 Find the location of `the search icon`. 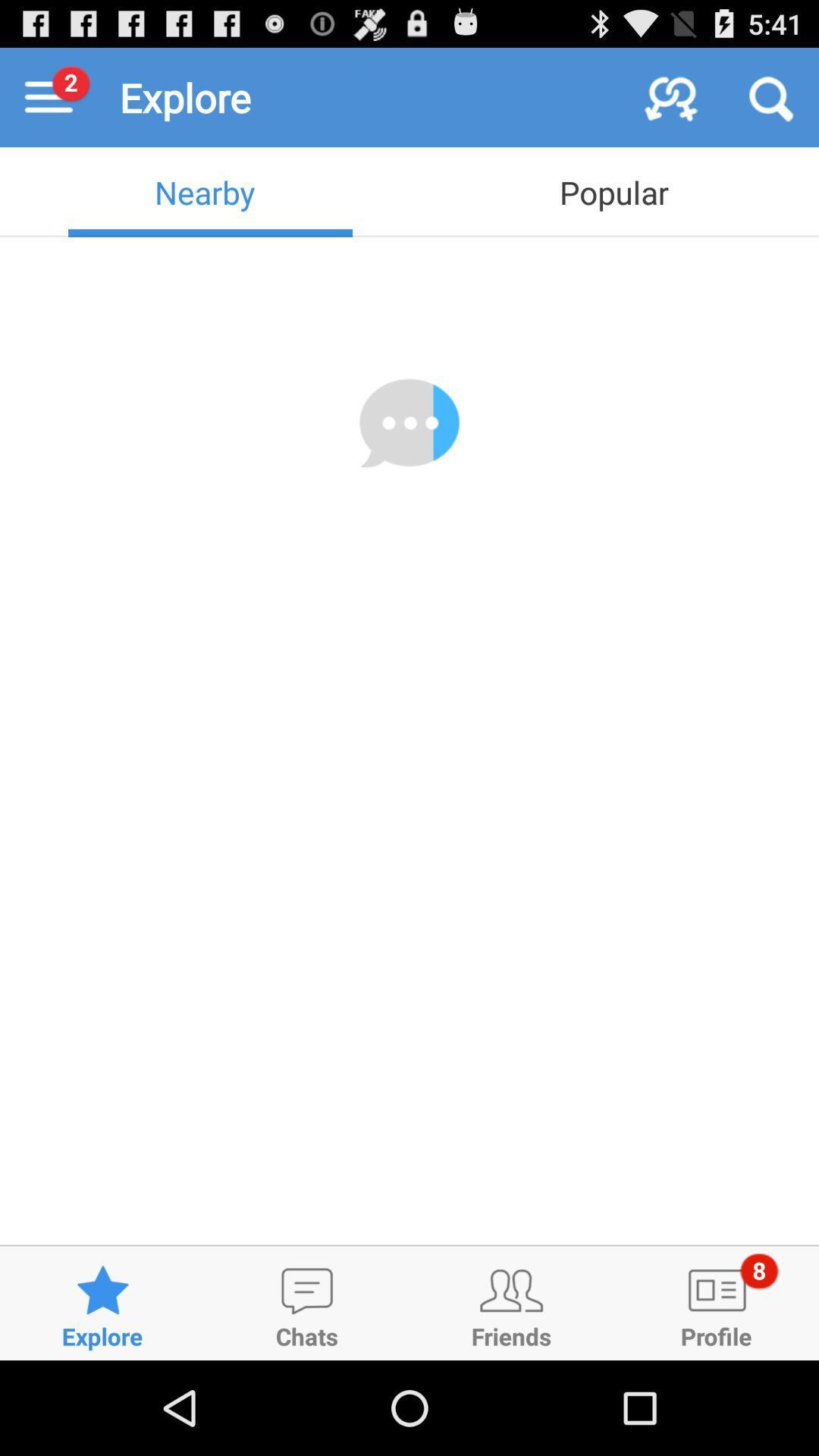

the search icon is located at coordinates (769, 103).